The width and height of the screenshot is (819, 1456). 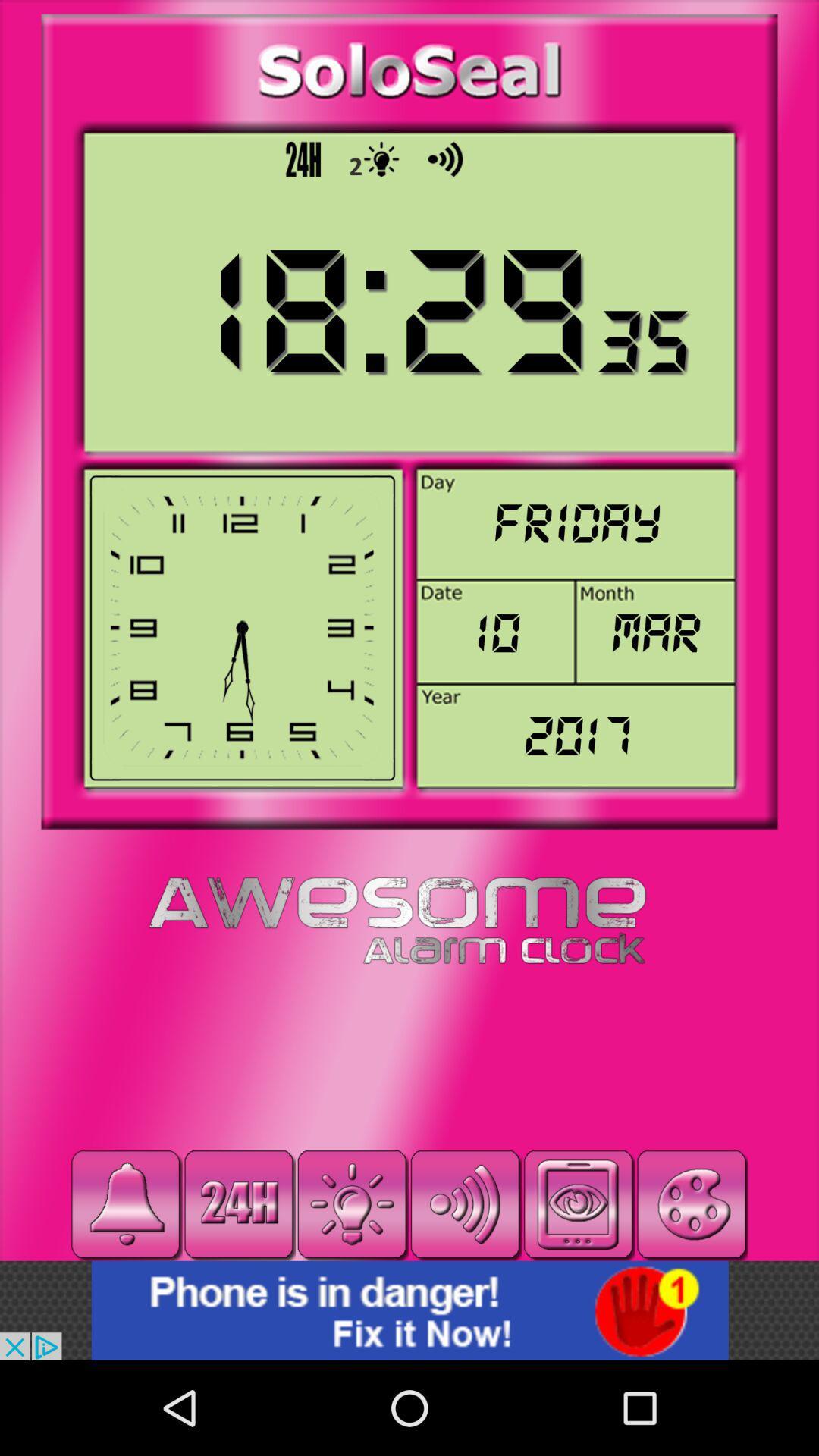 I want to click on music, so click(x=125, y=1203).